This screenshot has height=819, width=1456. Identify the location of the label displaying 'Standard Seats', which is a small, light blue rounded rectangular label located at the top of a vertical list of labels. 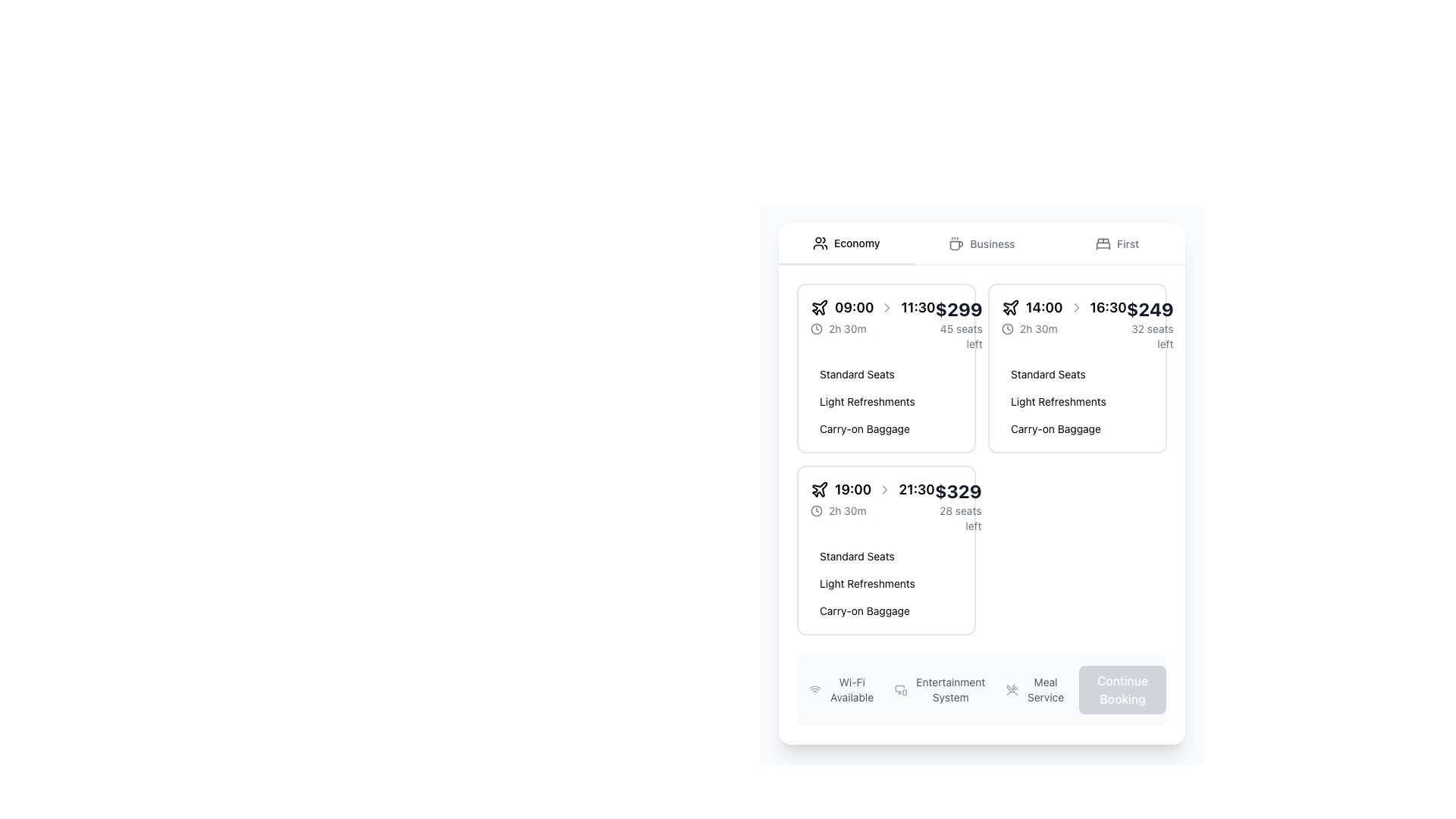
(857, 556).